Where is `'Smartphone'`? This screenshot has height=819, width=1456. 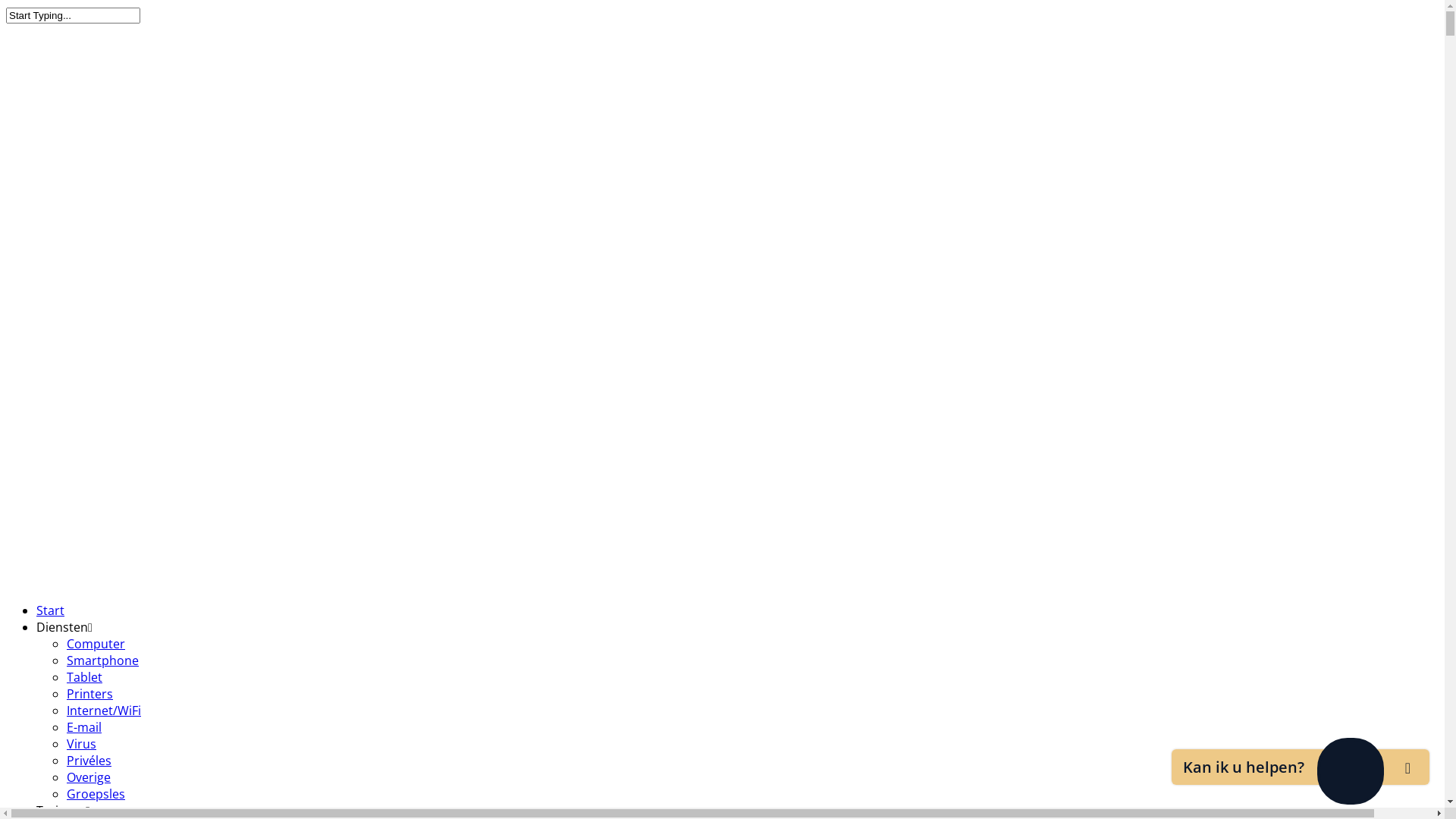
'Smartphone' is located at coordinates (65, 660).